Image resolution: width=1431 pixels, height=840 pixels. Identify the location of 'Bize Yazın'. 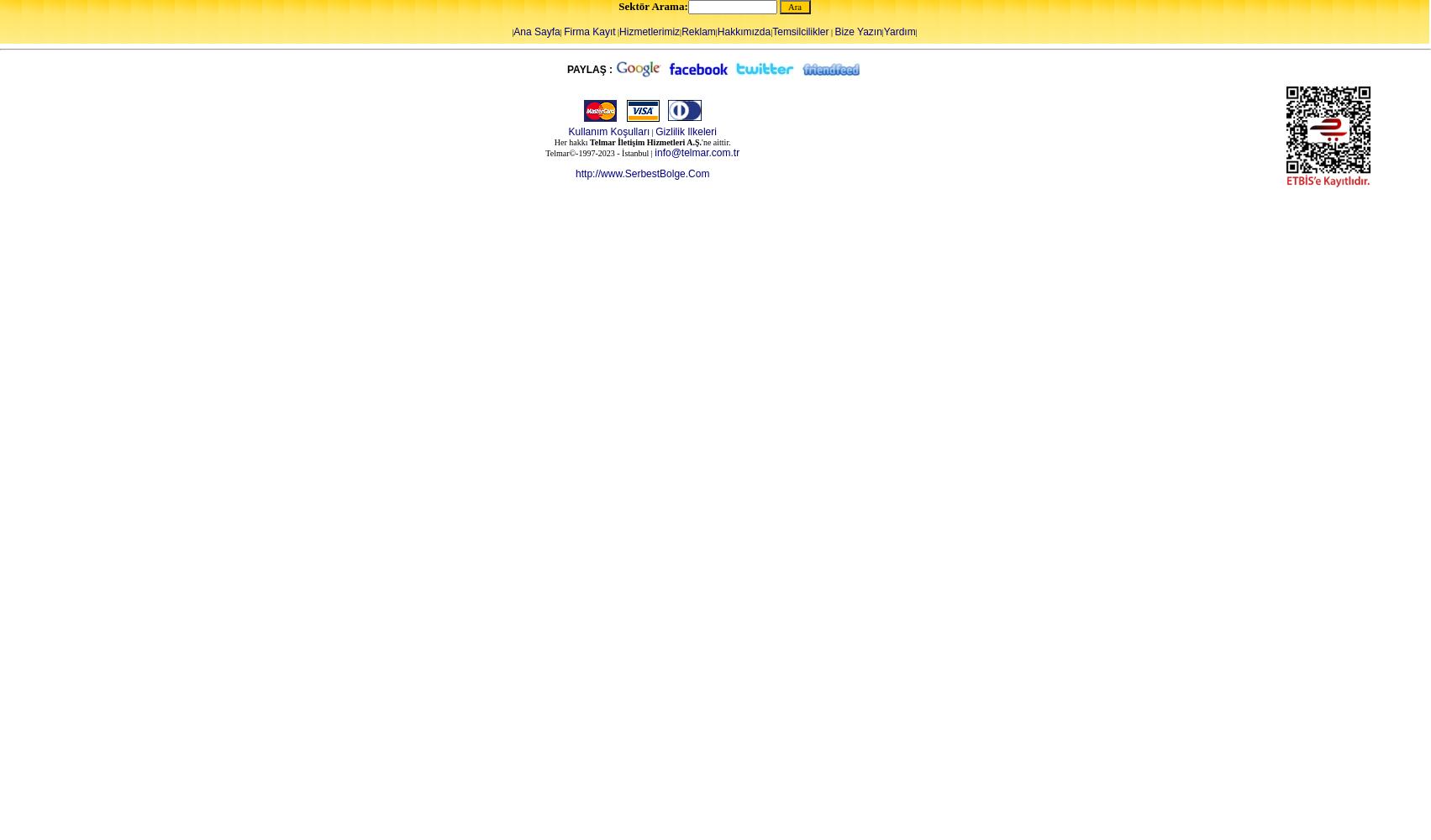
(856, 32).